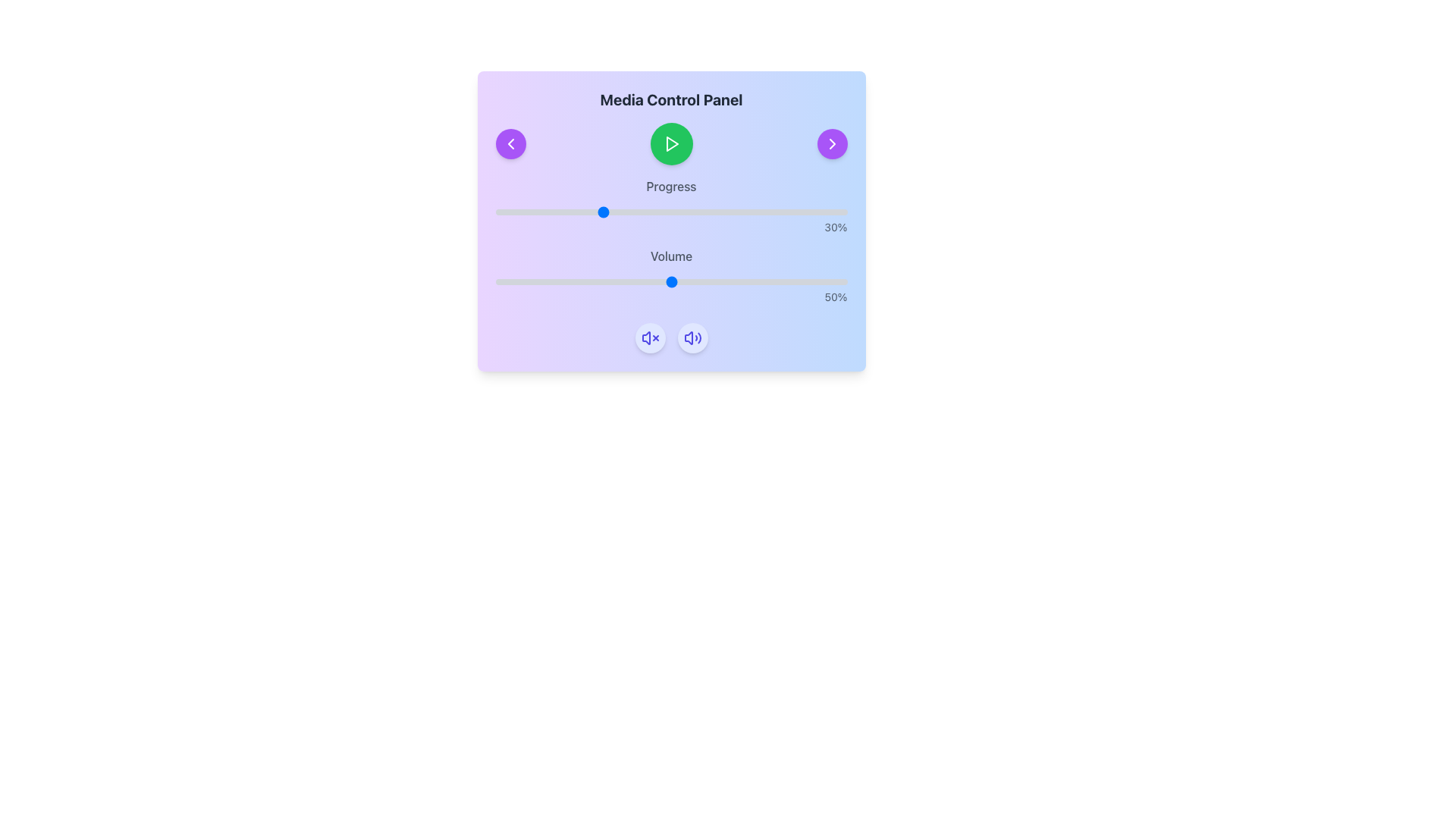 This screenshot has width=1456, height=819. Describe the element at coordinates (777, 212) in the screenshot. I see `progress` at that location.